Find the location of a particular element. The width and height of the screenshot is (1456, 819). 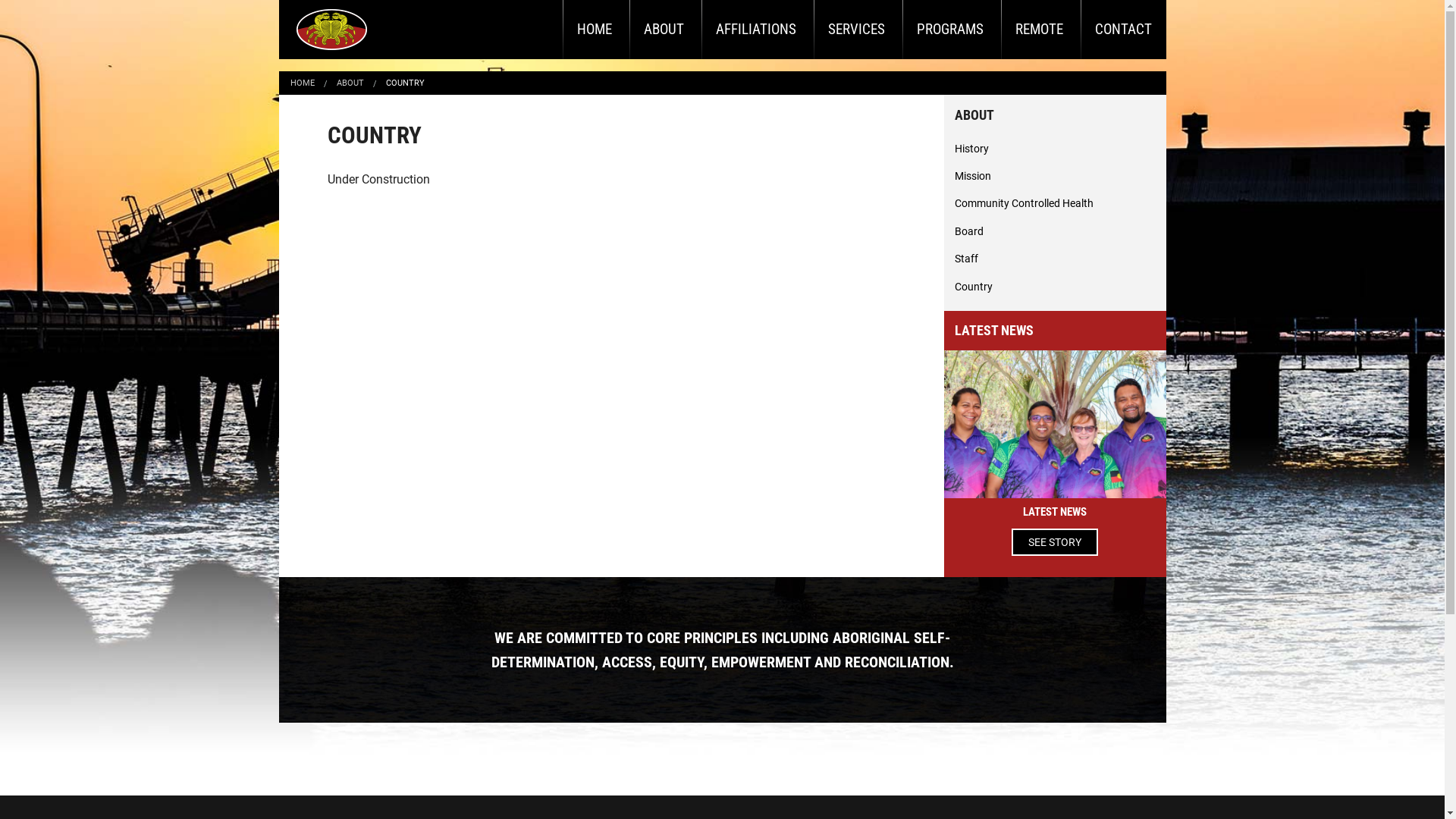

'Community Controlled Health' is located at coordinates (1054, 202).